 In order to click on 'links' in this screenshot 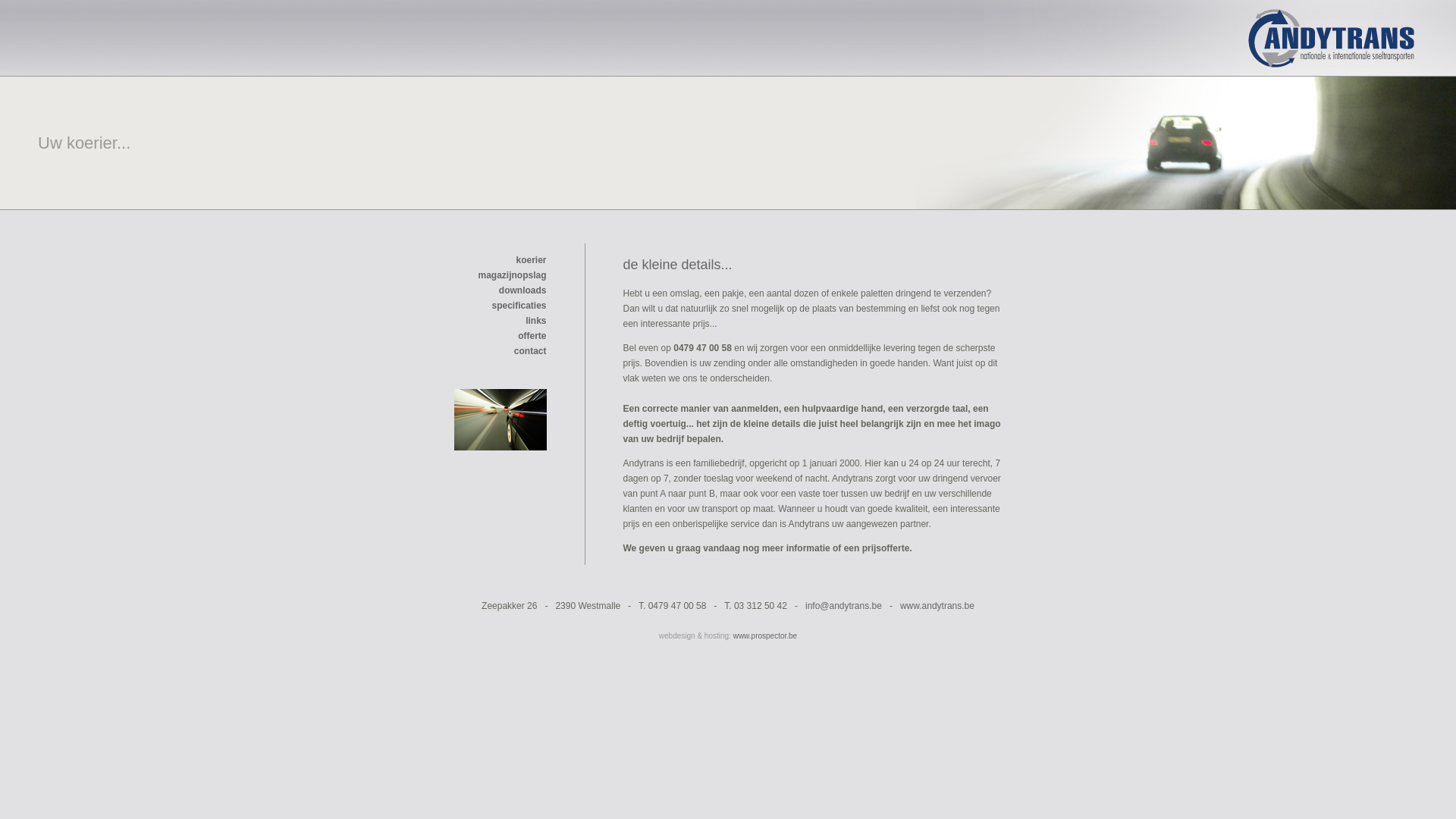, I will do `click(525, 320)`.